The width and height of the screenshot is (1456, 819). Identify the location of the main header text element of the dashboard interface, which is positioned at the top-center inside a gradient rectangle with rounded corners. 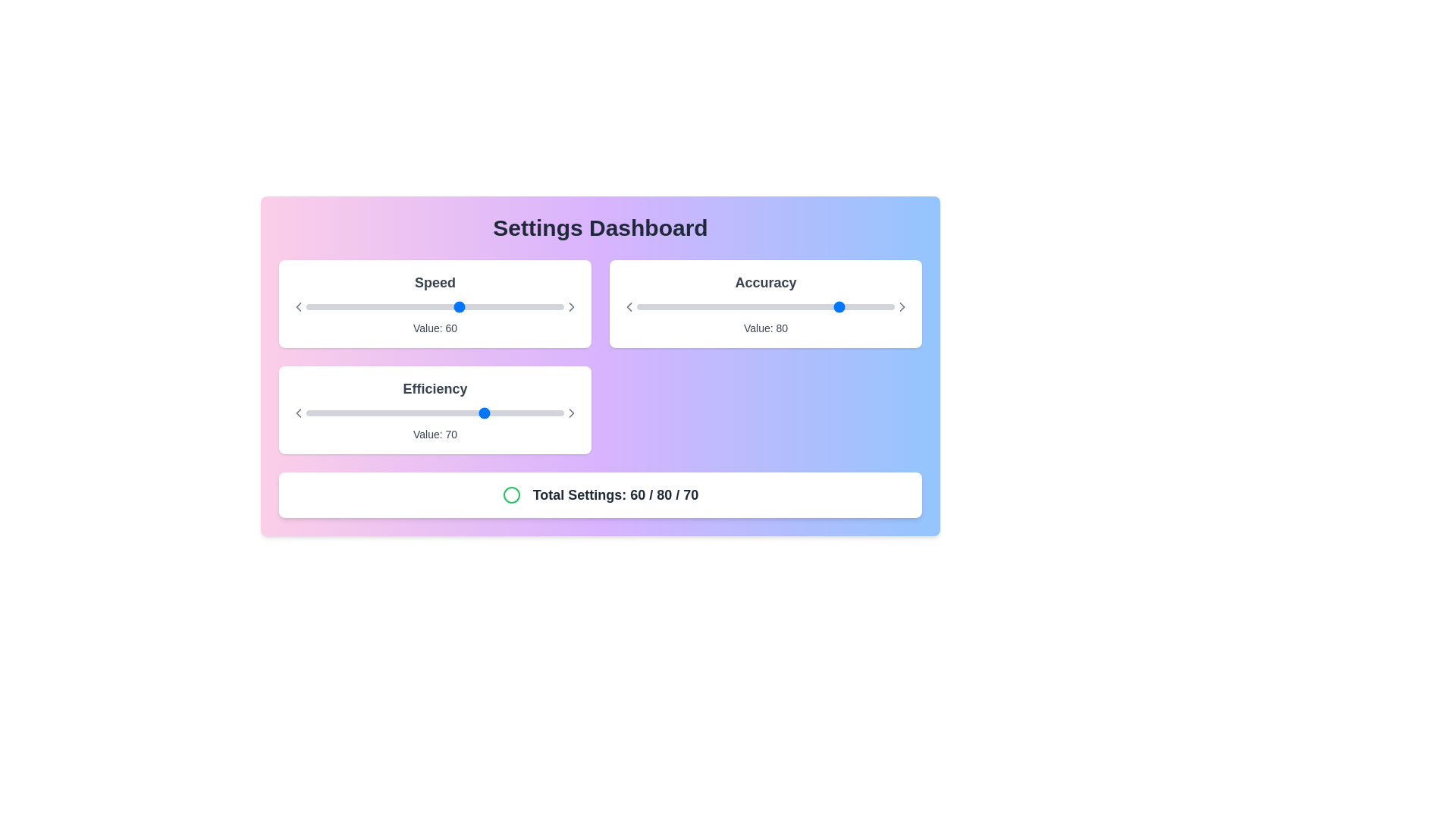
(600, 227).